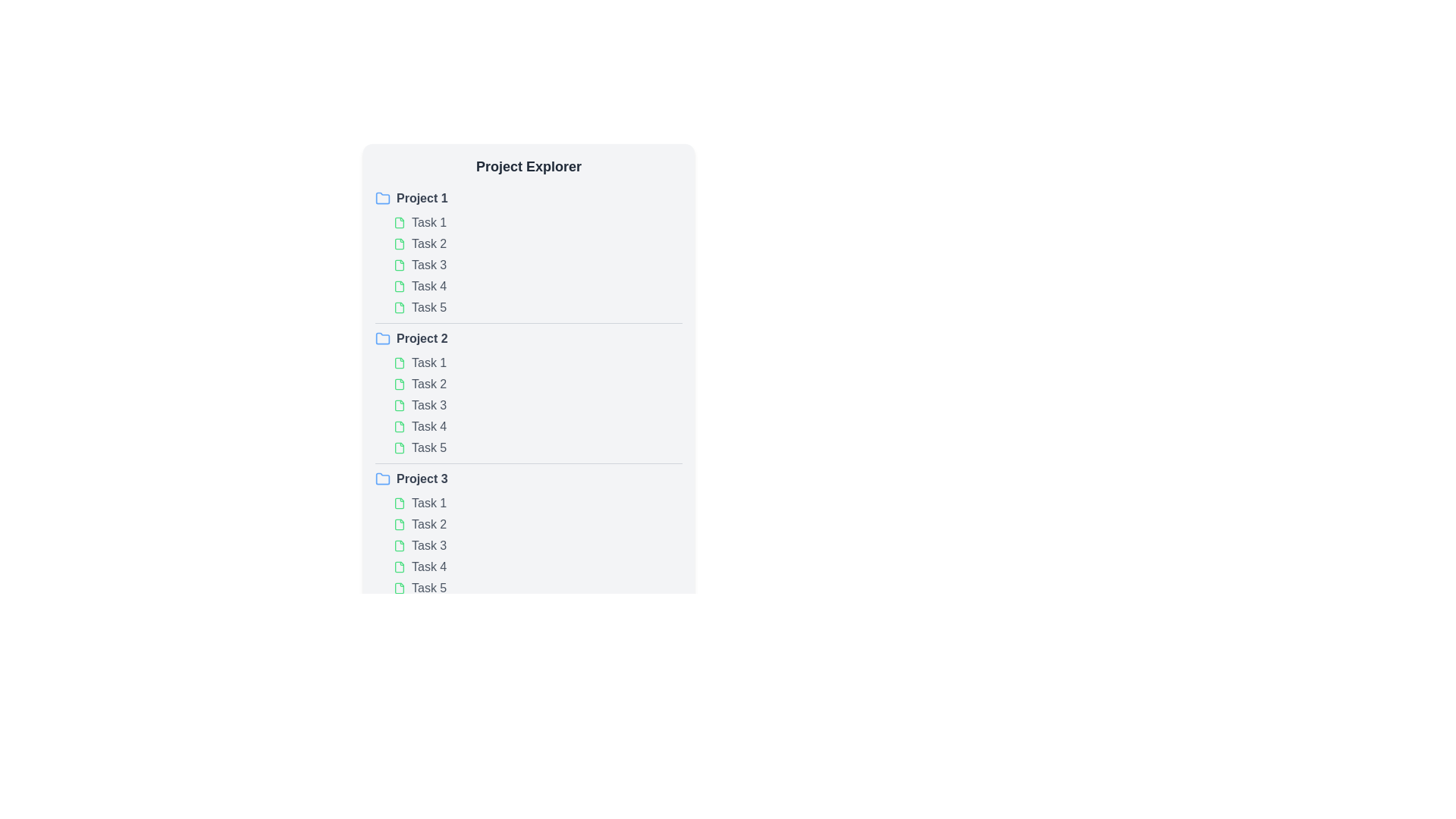  Describe the element at coordinates (428, 222) in the screenshot. I see `the 'Task 1' text label in gray font` at that location.